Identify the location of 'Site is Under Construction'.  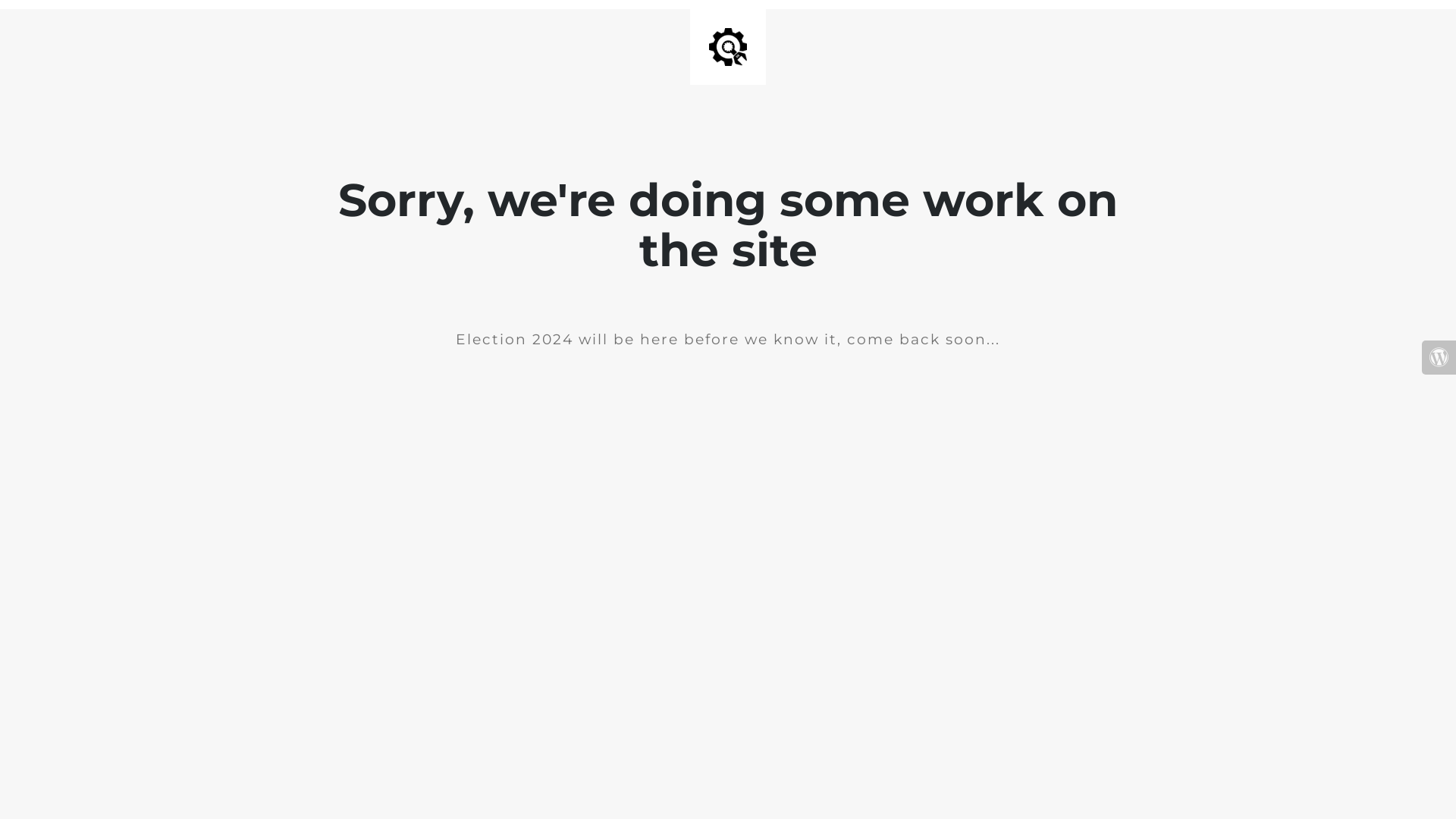
(728, 45).